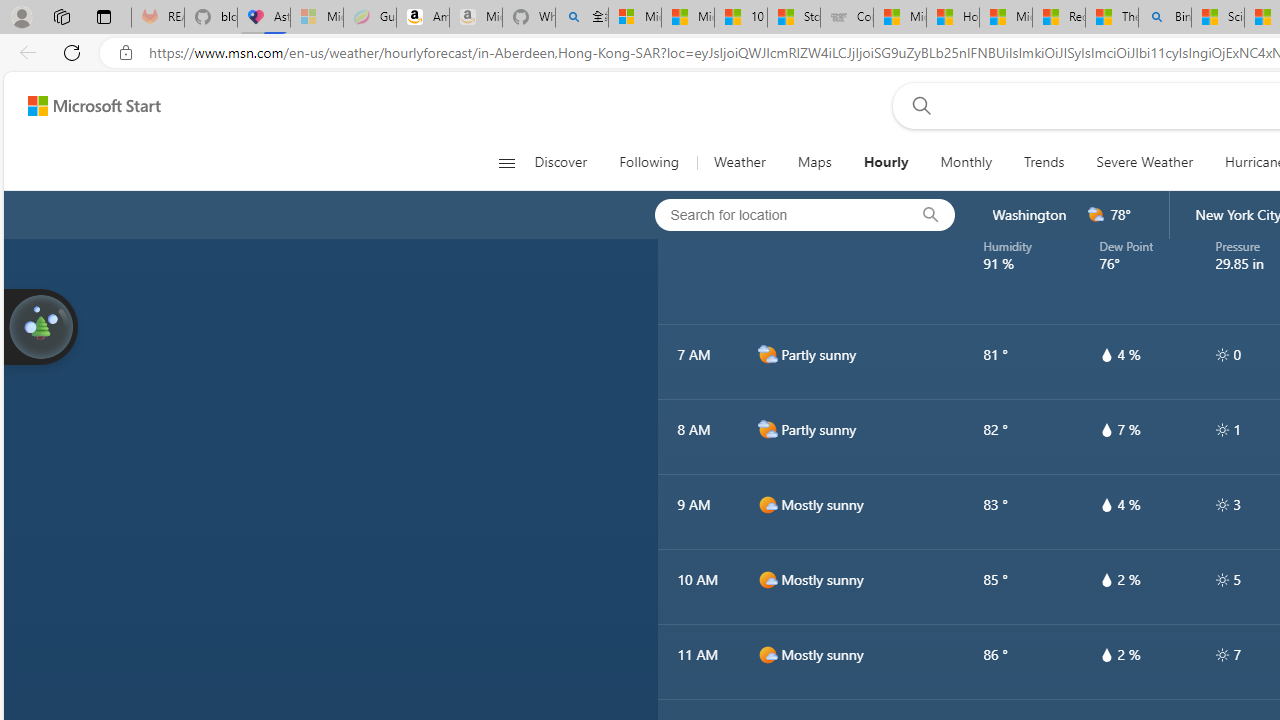  Describe the element at coordinates (1044, 162) in the screenshot. I see `'Trends'` at that location.